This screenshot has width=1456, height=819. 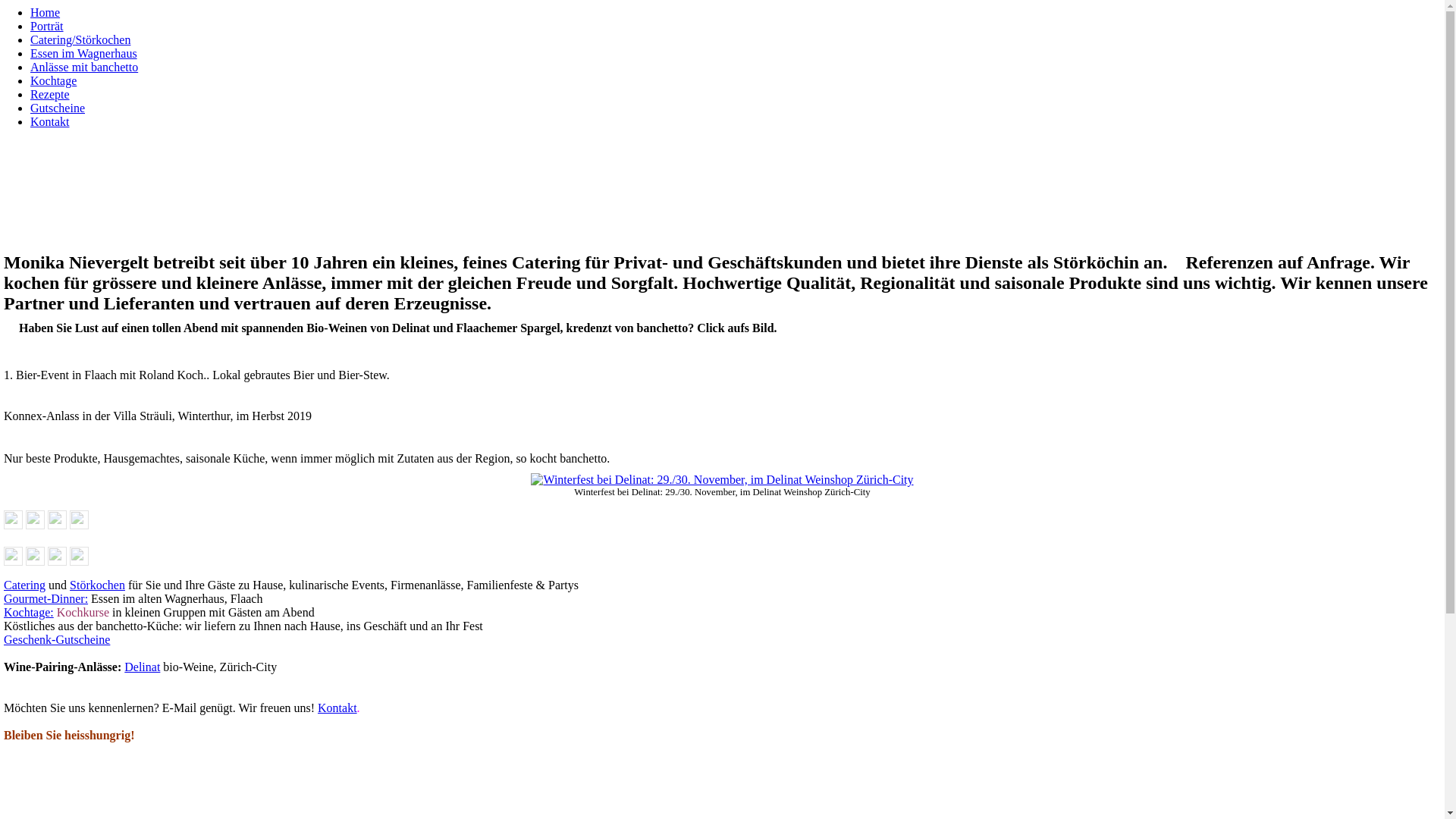 I want to click on 'Delinat', so click(x=142, y=666).